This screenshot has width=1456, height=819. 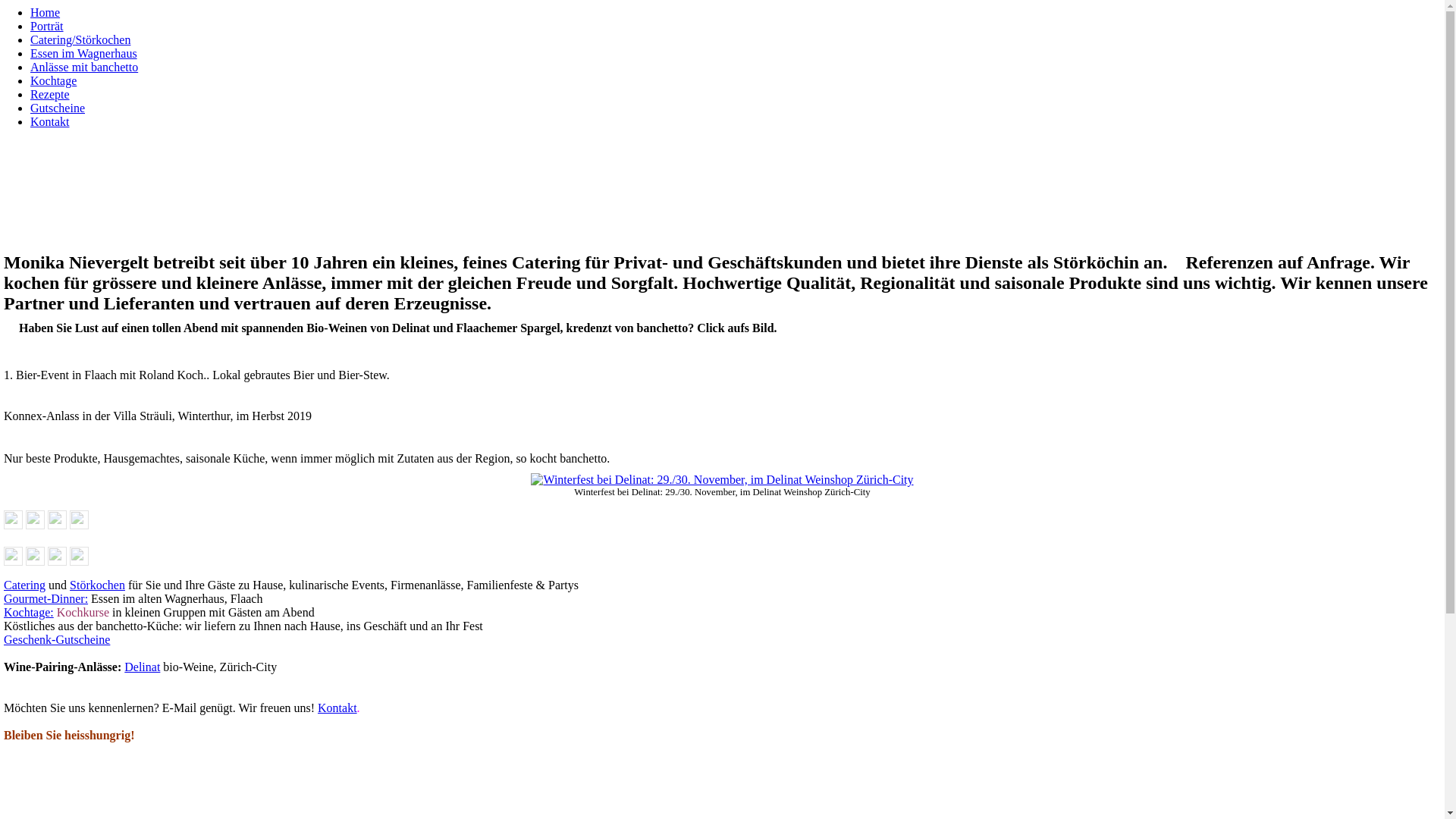 I want to click on 'Delinat', so click(x=142, y=666).